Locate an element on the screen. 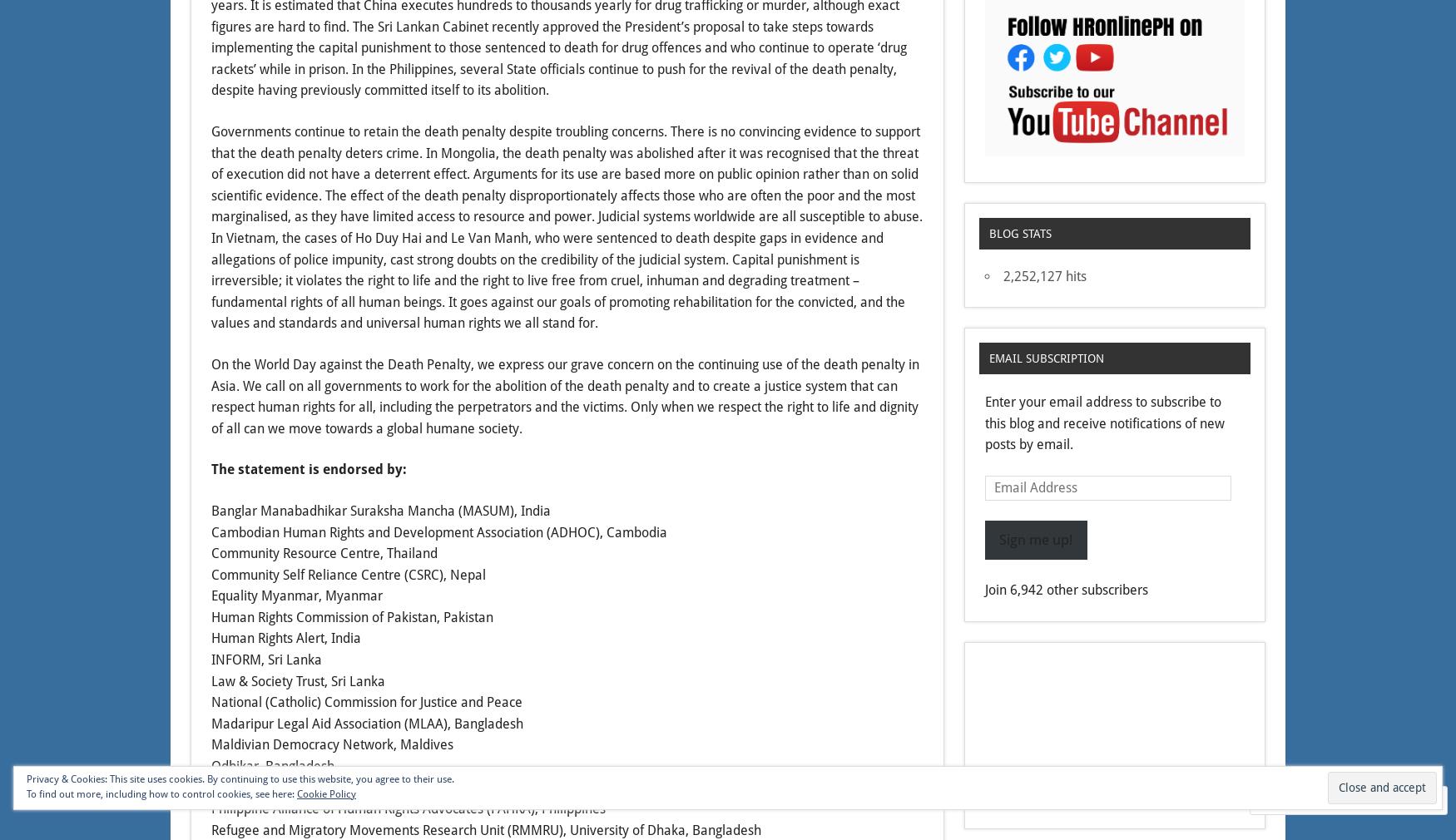 The width and height of the screenshot is (1456, 840). 'Privacy & Cookies: This site uses cookies. By continuing to use this website, you agree to their use.' is located at coordinates (239, 778).